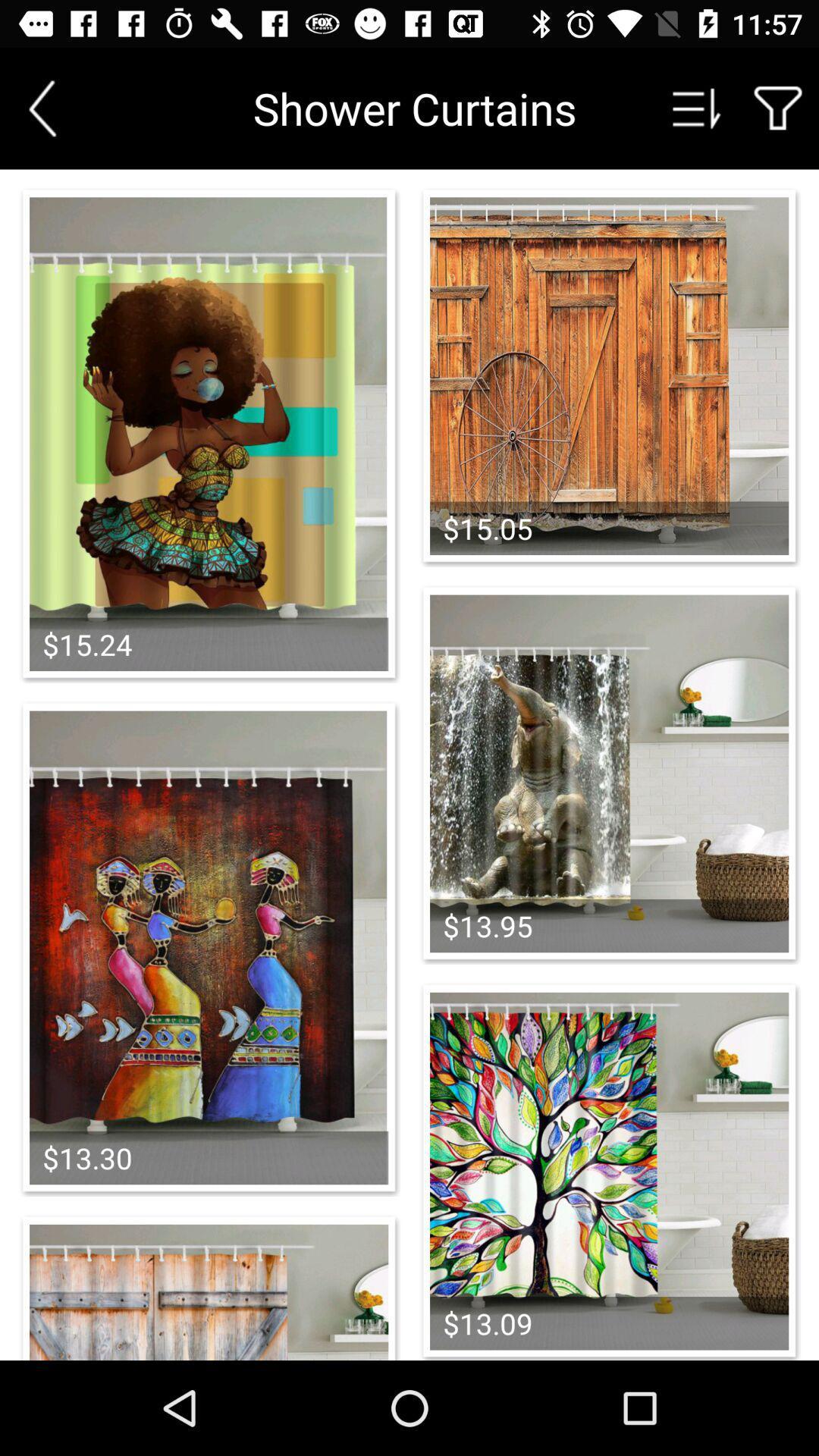 This screenshot has height=1456, width=819. I want to click on the arrow_backward icon, so click(42, 108).